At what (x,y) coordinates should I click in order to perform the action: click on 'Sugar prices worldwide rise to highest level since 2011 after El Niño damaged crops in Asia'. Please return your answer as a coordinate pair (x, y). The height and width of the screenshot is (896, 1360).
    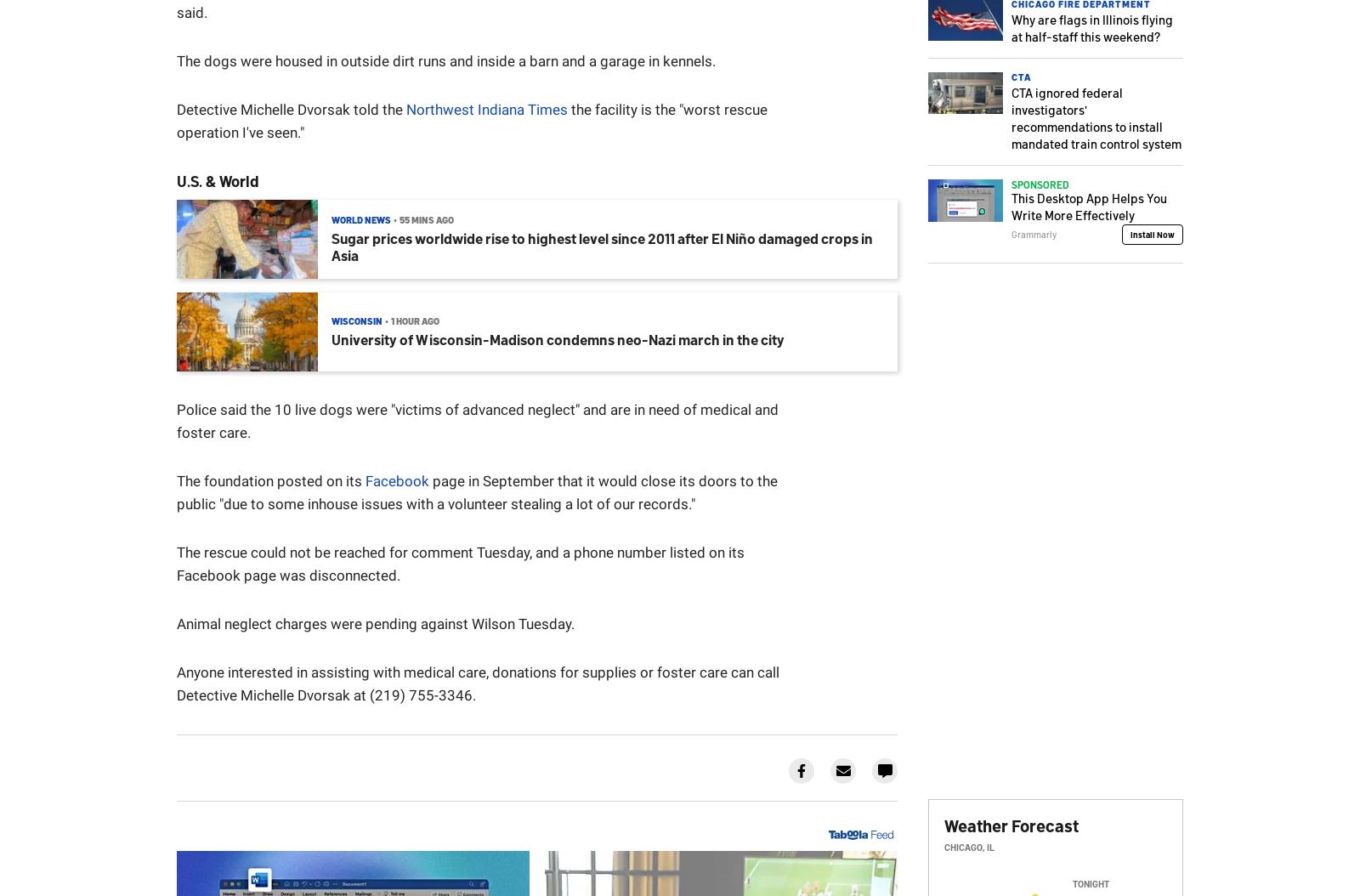
    Looking at the image, I should click on (602, 245).